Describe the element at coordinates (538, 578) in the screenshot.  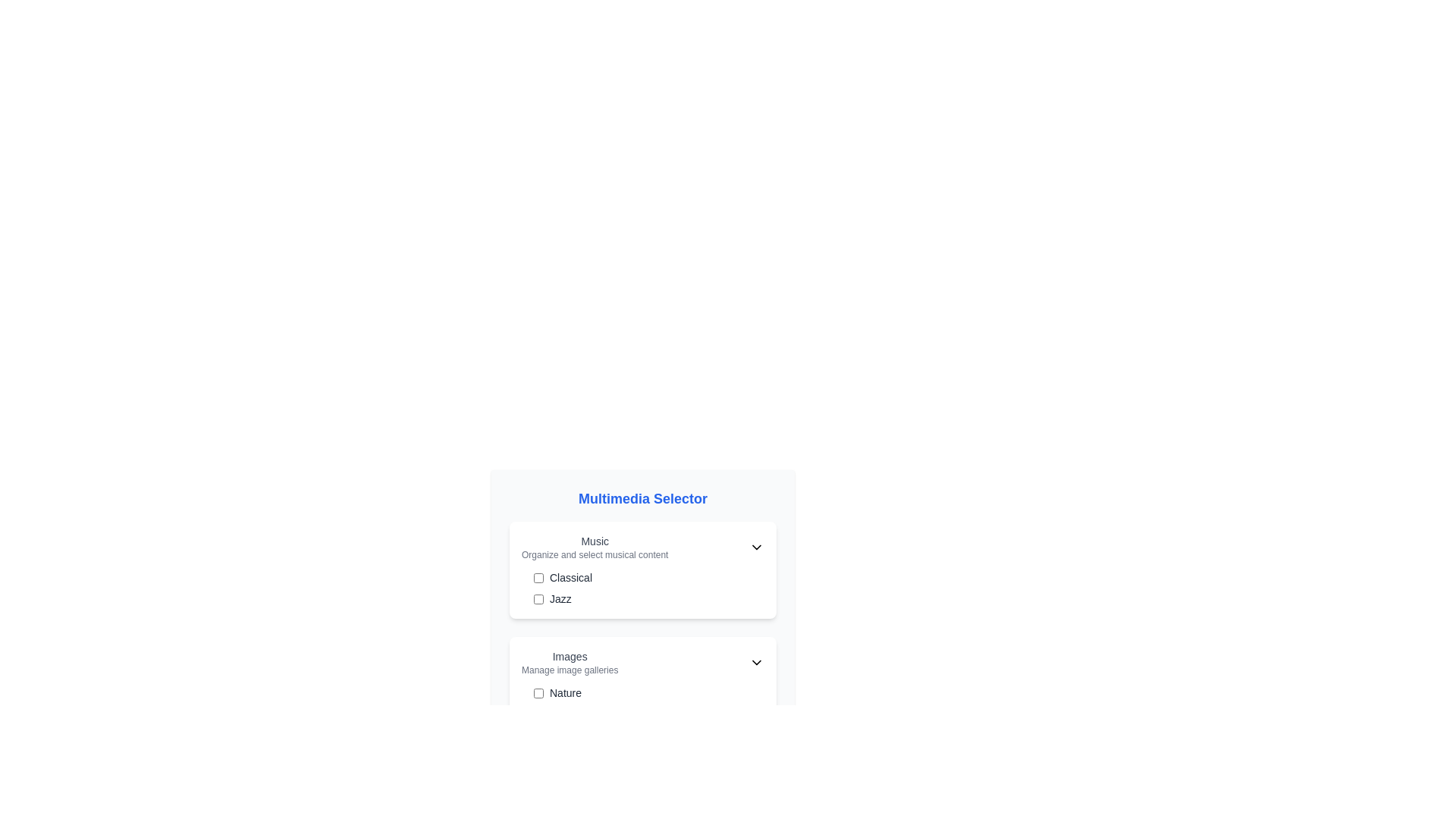
I see `the checkbox for the 'Classical' genre in the 'Music' section` at that location.